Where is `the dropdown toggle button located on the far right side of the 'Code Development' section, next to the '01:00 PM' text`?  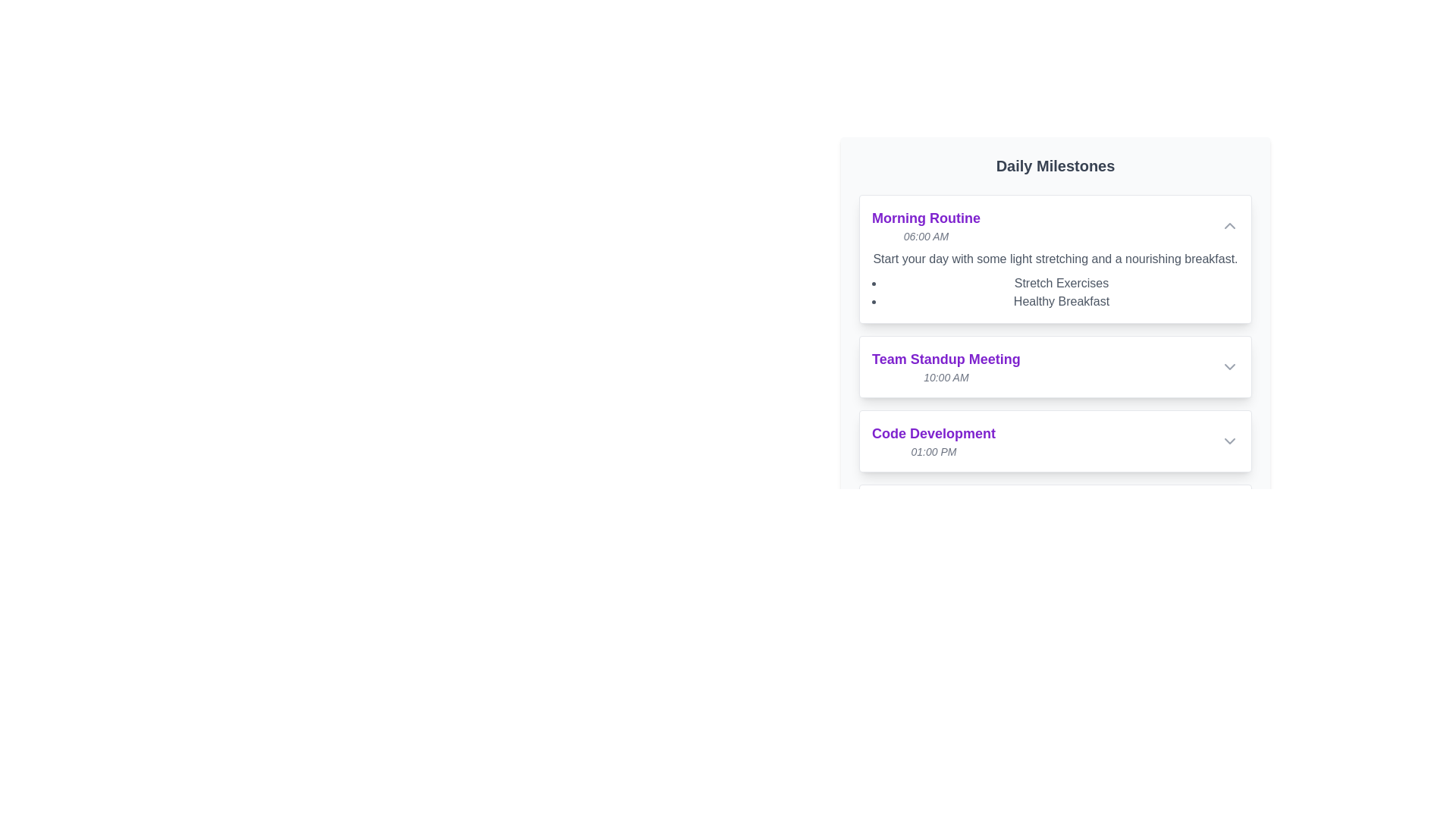
the dropdown toggle button located on the far right side of the 'Code Development' section, next to the '01:00 PM' text is located at coordinates (1230, 441).